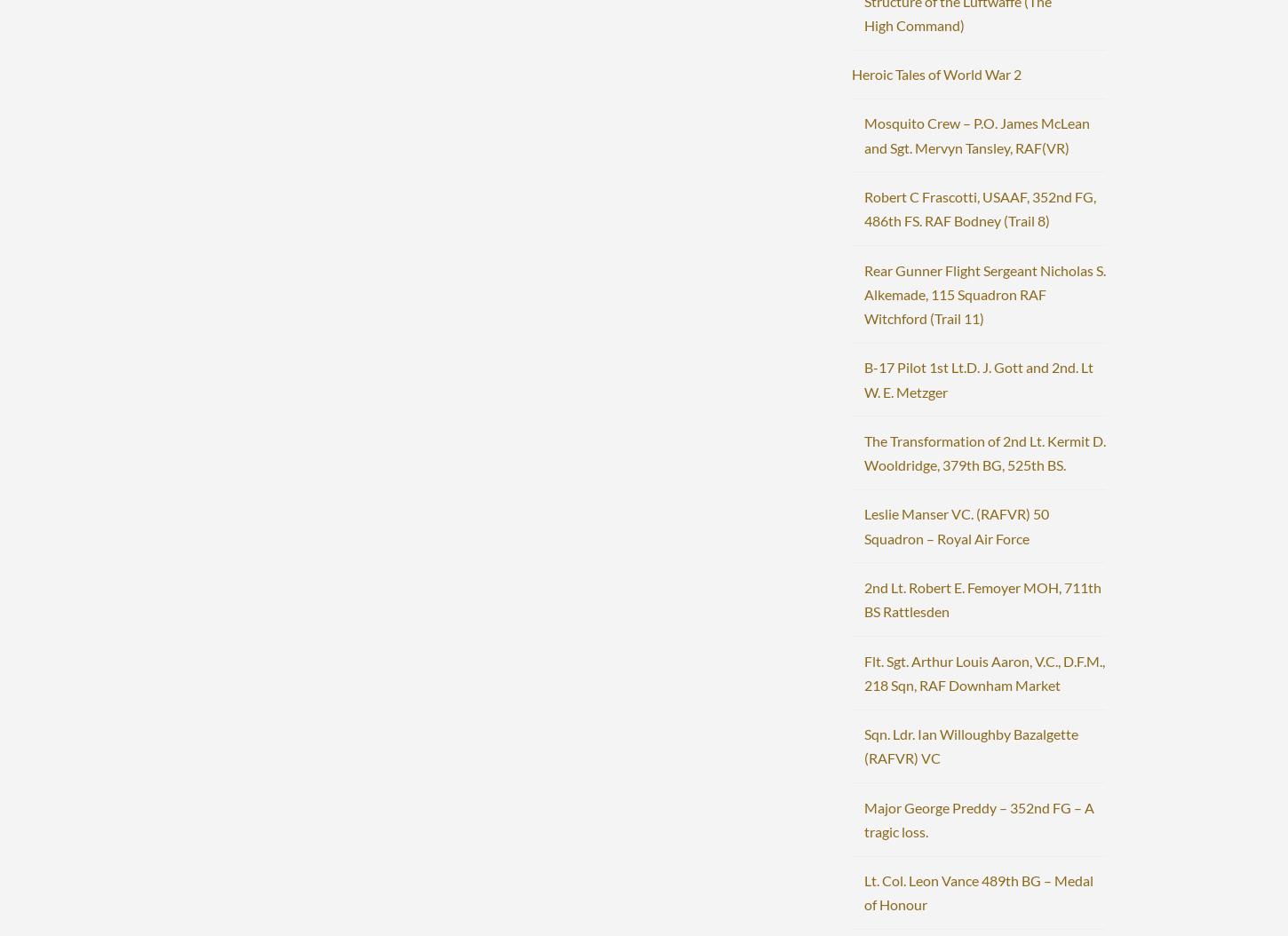  I want to click on 'Rear Gunner Flight Sergeant Nicholas S. Alkemade, 115 Squadron RAF Witchford (Trail 11)', so click(982, 293).